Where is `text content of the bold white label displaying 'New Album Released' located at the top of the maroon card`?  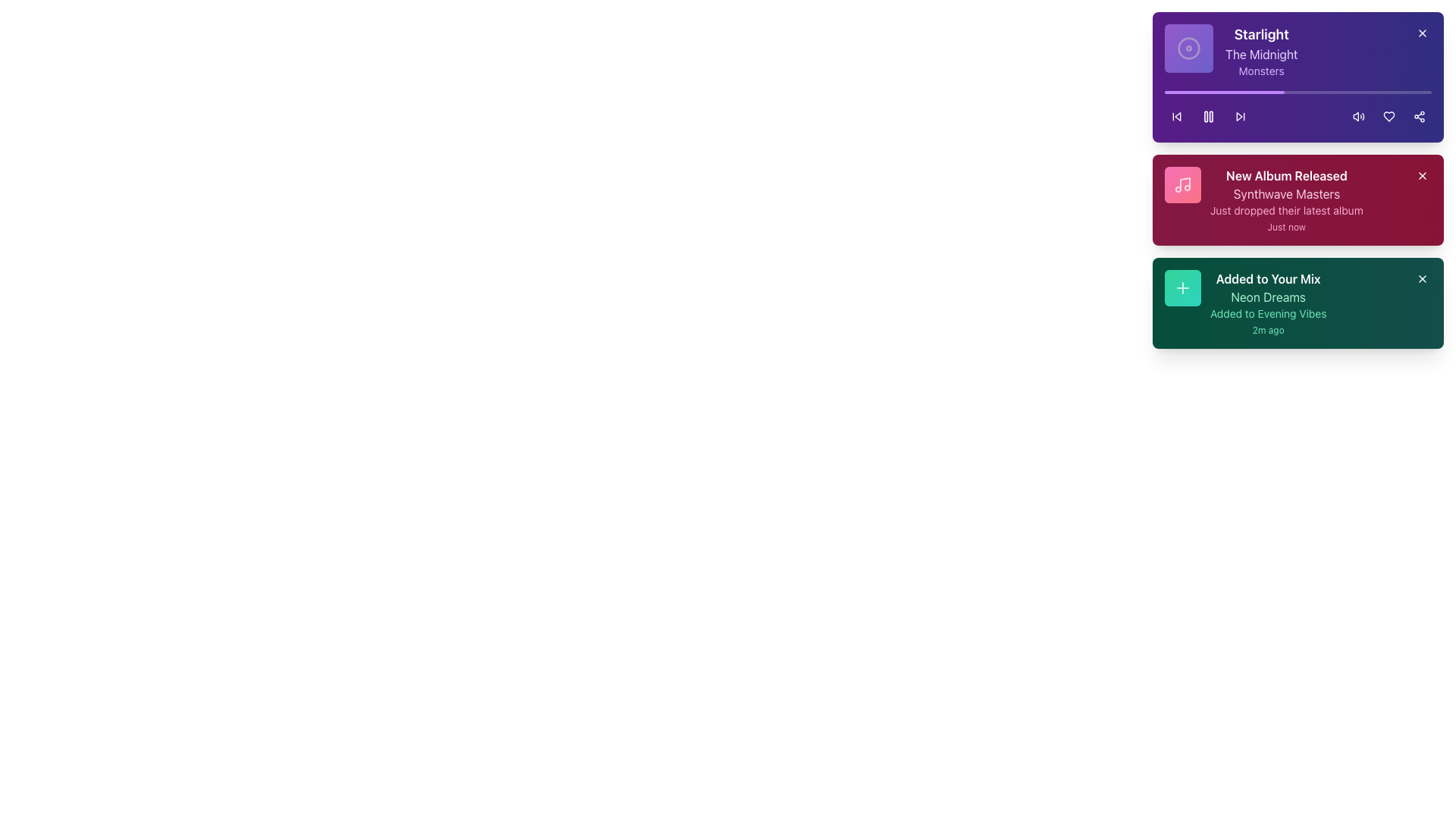
text content of the bold white label displaying 'New Album Released' located at the top of the maroon card is located at coordinates (1285, 174).